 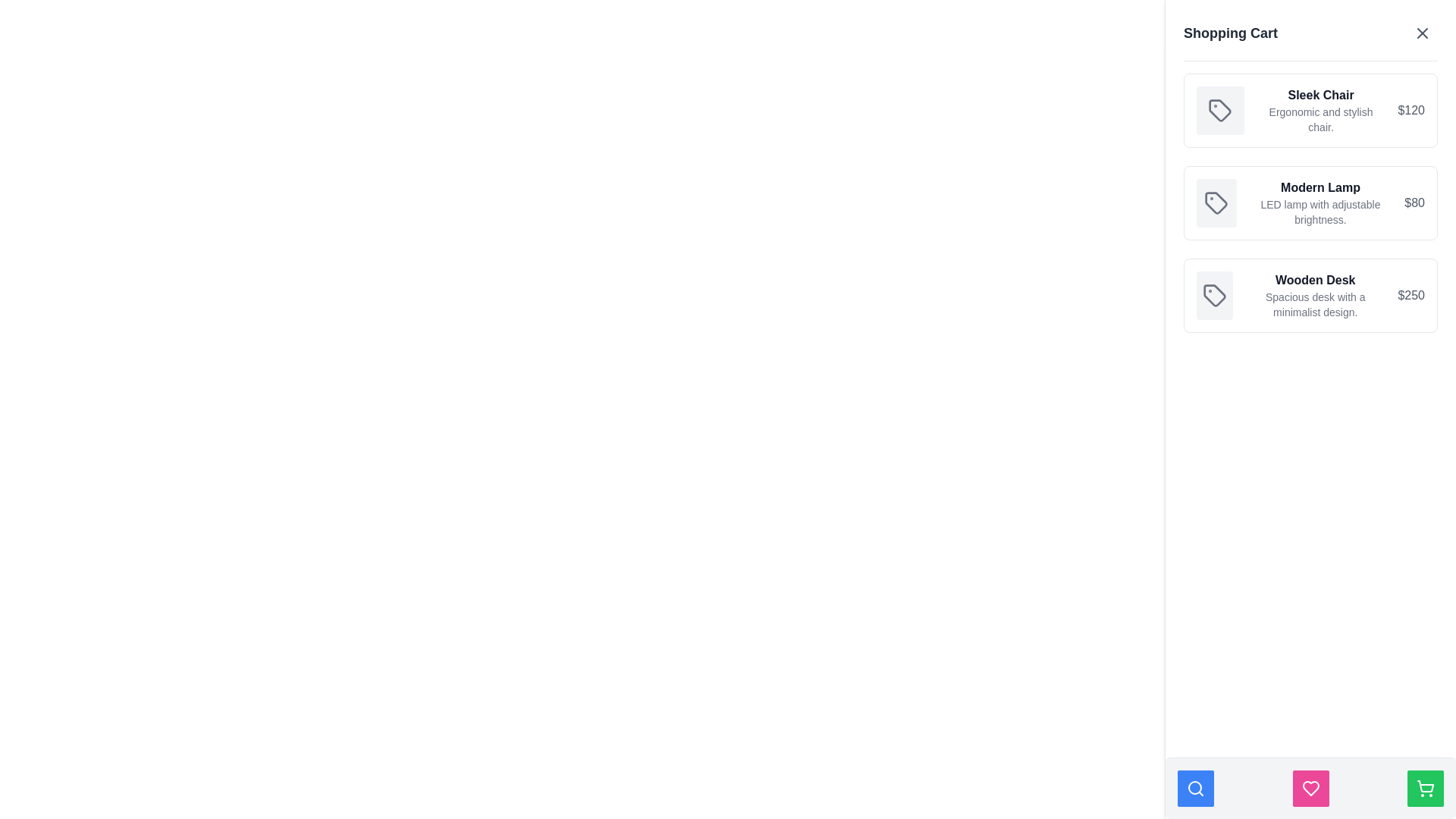 I want to click on the close button with an 'X' icon in the top-right corner of the 'Shopping Cart' panel to change its color, so click(x=1422, y=33).